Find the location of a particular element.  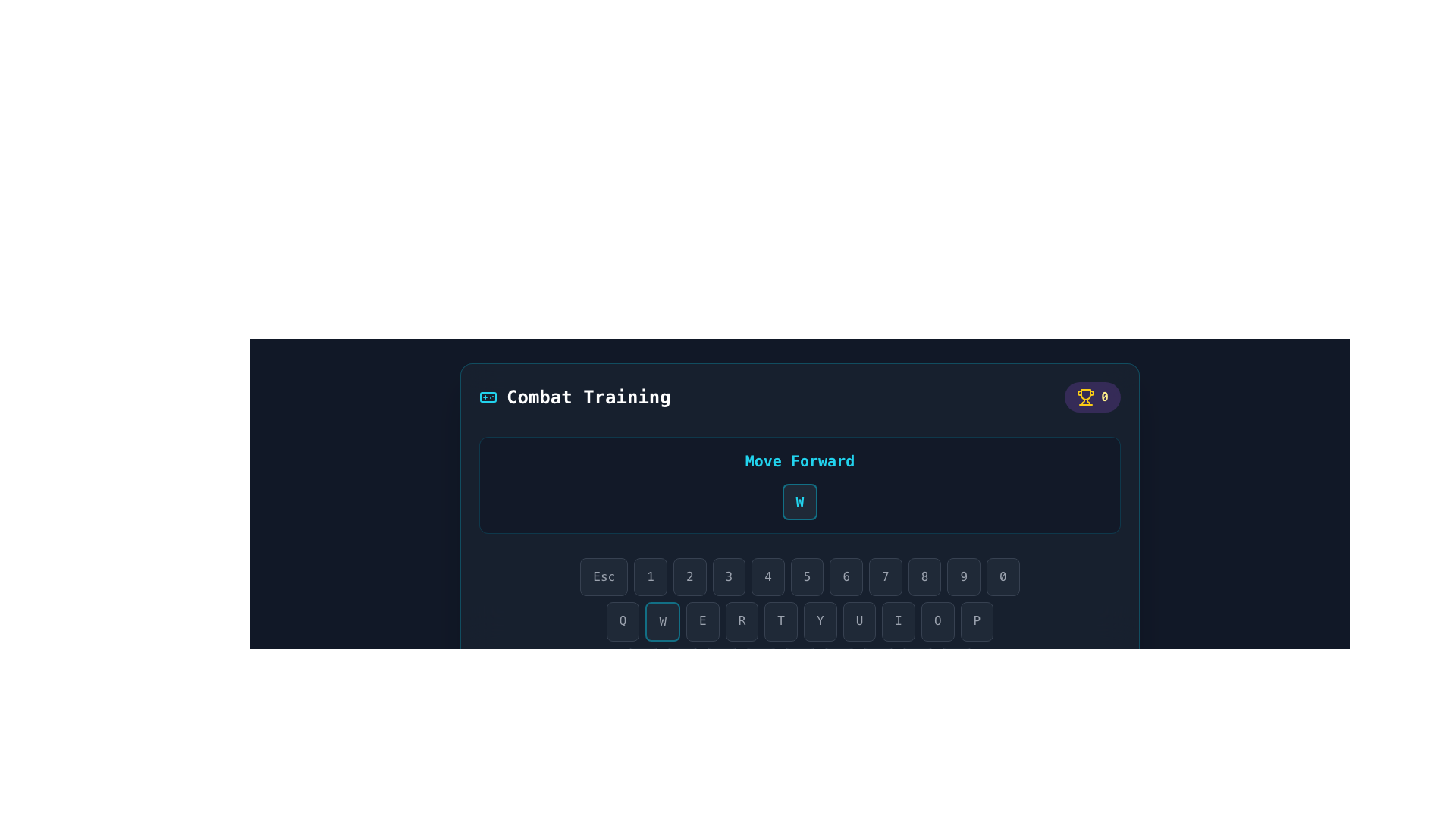

the eighth button in the virtual keyboard interface that spells out 'QWERTYUIOP' to initiate its action is located at coordinates (899, 622).